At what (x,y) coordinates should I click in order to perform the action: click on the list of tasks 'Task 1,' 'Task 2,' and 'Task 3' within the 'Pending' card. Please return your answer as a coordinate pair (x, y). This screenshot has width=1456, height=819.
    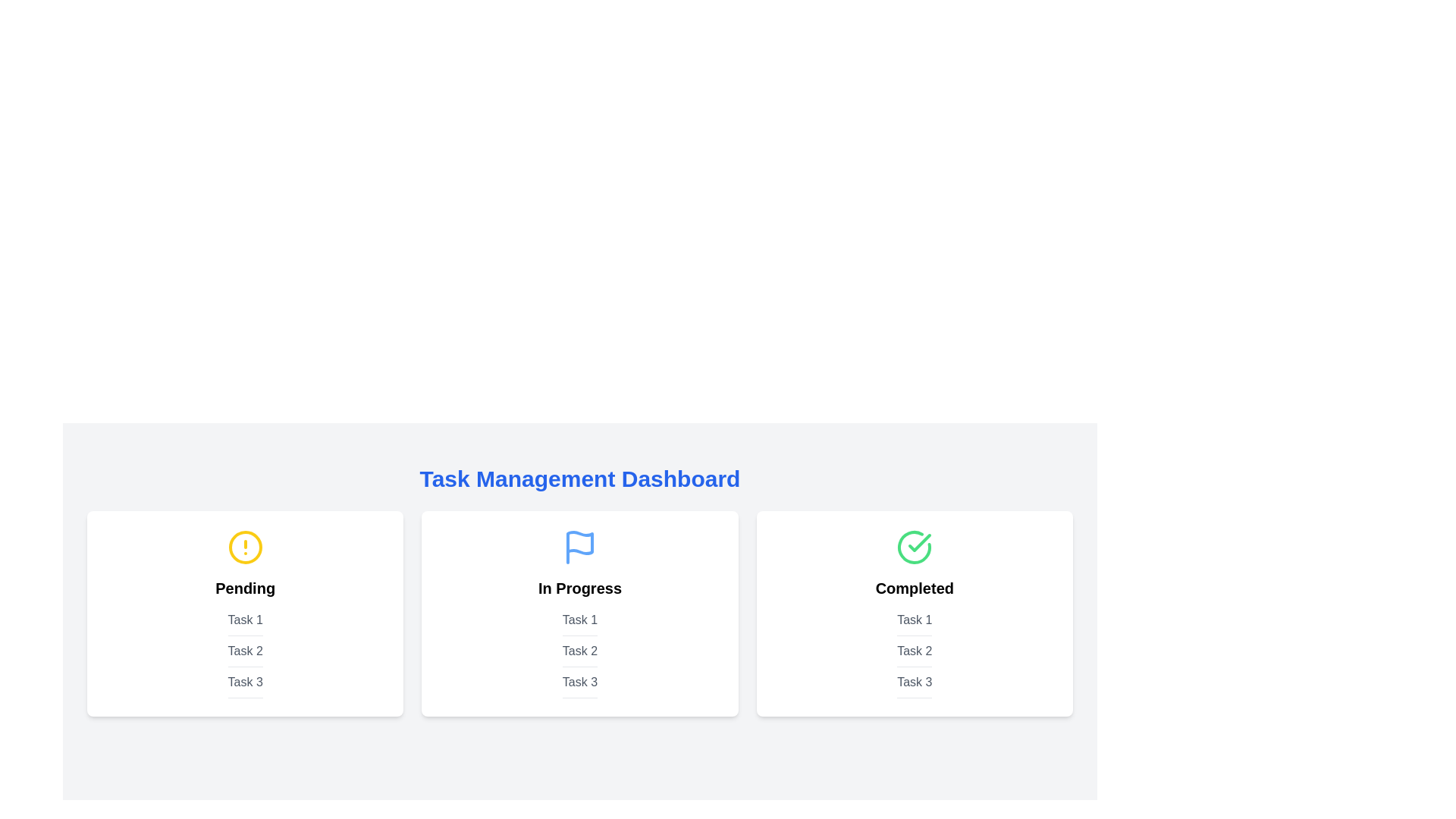
    Looking at the image, I should click on (245, 654).